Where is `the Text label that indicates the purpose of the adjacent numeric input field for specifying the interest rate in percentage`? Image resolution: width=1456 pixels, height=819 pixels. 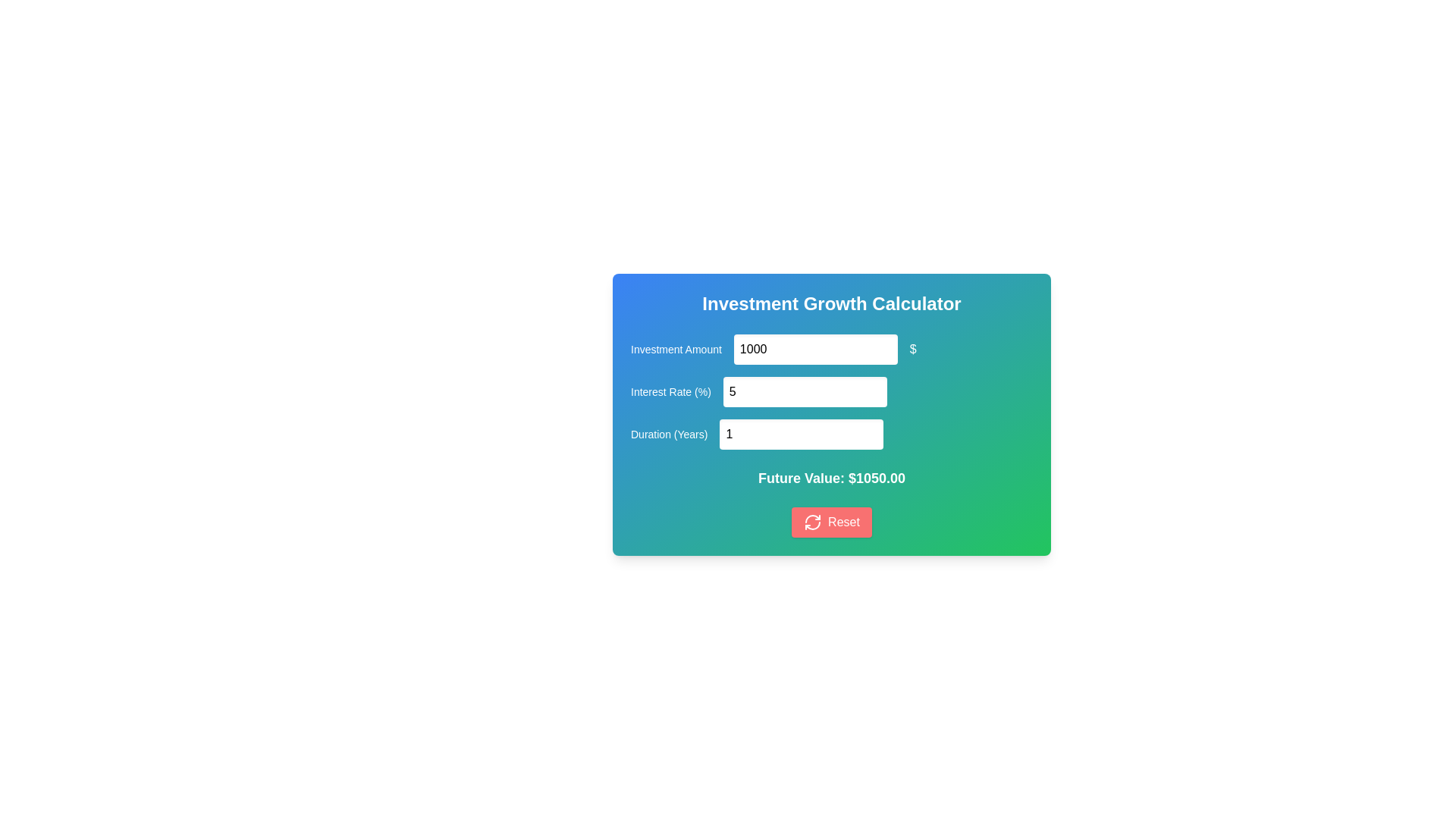 the Text label that indicates the purpose of the adjacent numeric input field for specifying the interest rate in percentage is located at coordinates (670, 391).